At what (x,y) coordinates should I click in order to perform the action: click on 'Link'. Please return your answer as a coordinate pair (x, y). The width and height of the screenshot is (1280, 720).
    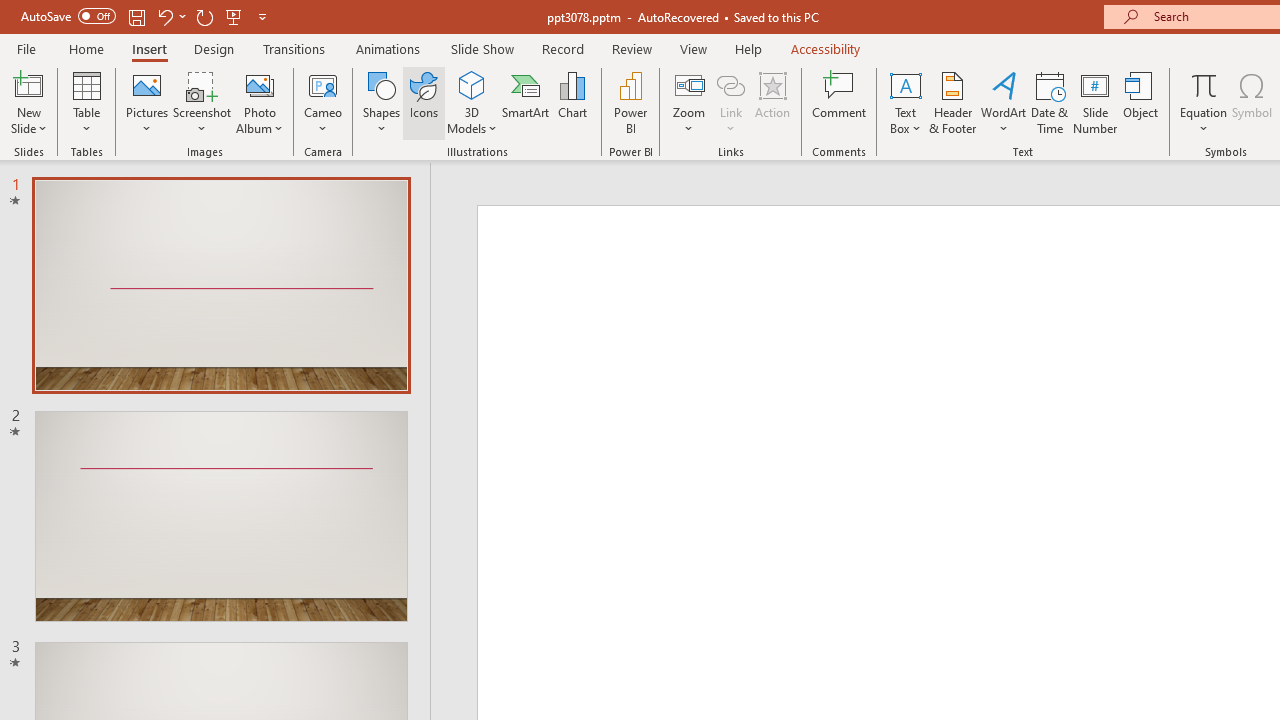
    Looking at the image, I should click on (730, 84).